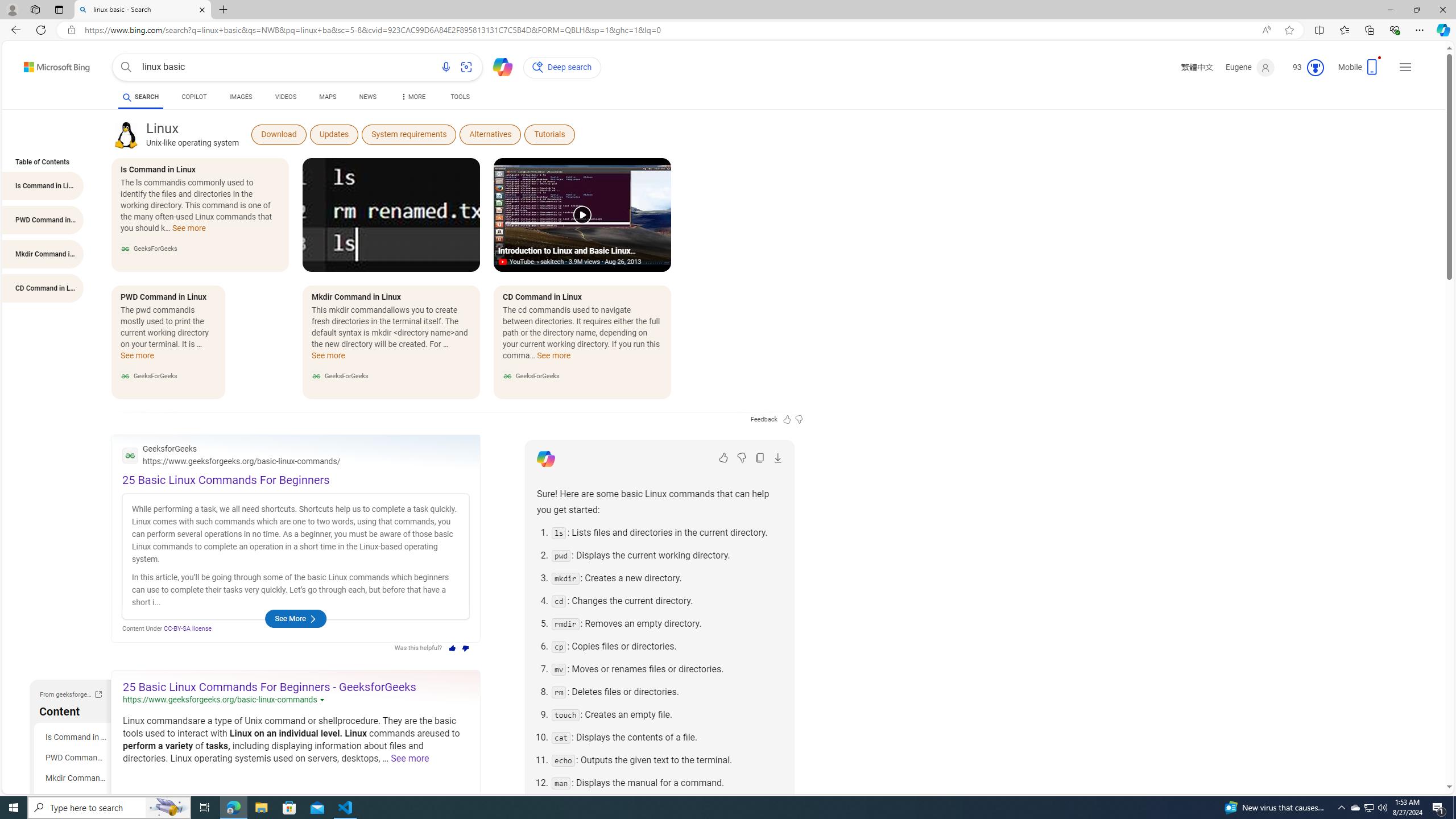 The height and width of the screenshot is (819, 1456). What do you see at coordinates (327, 96) in the screenshot?
I see `'MAPS'` at bounding box center [327, 96].